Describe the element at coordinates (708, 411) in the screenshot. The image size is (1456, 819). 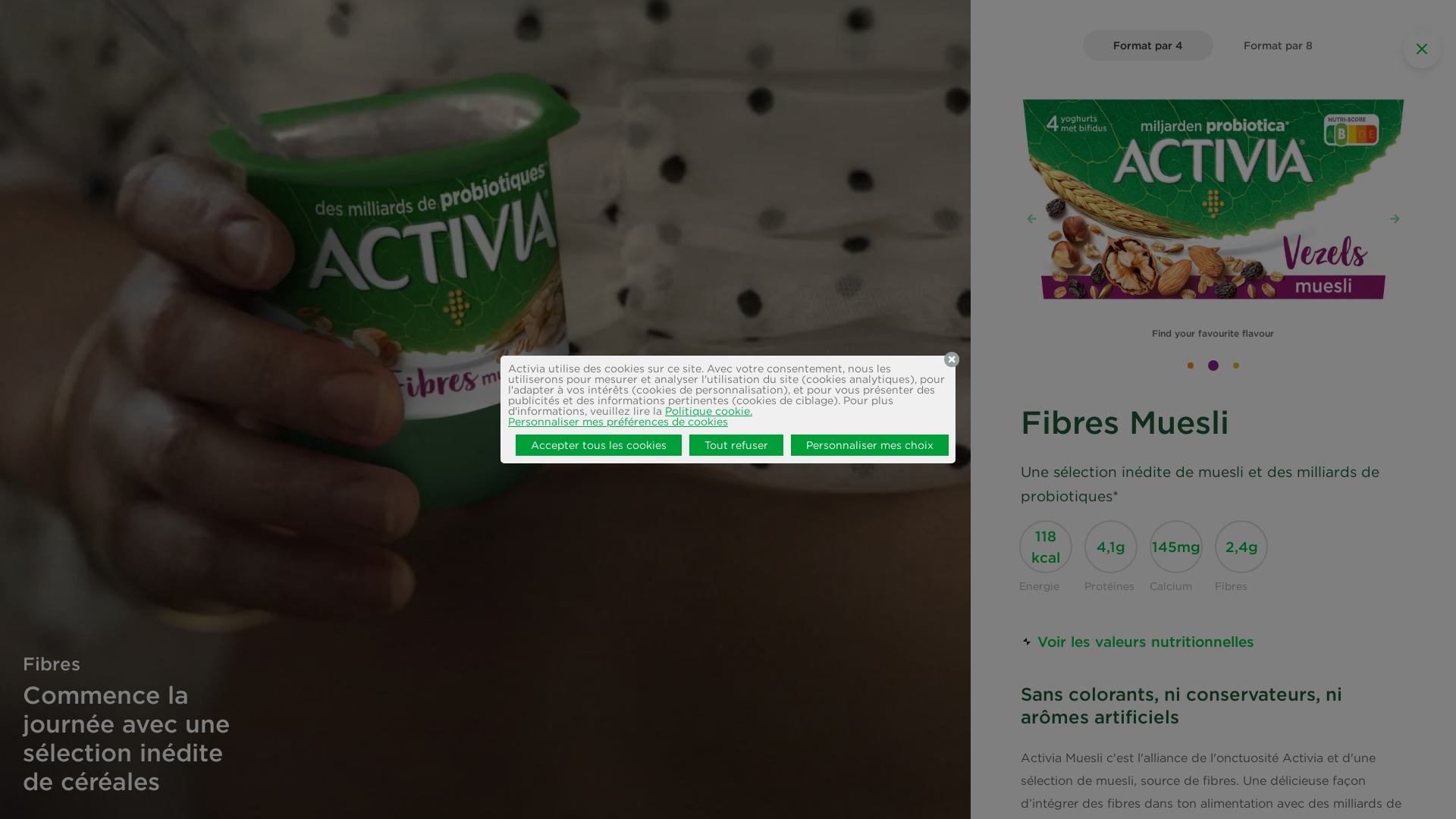
I see `'Politique cookie.'` at that location.